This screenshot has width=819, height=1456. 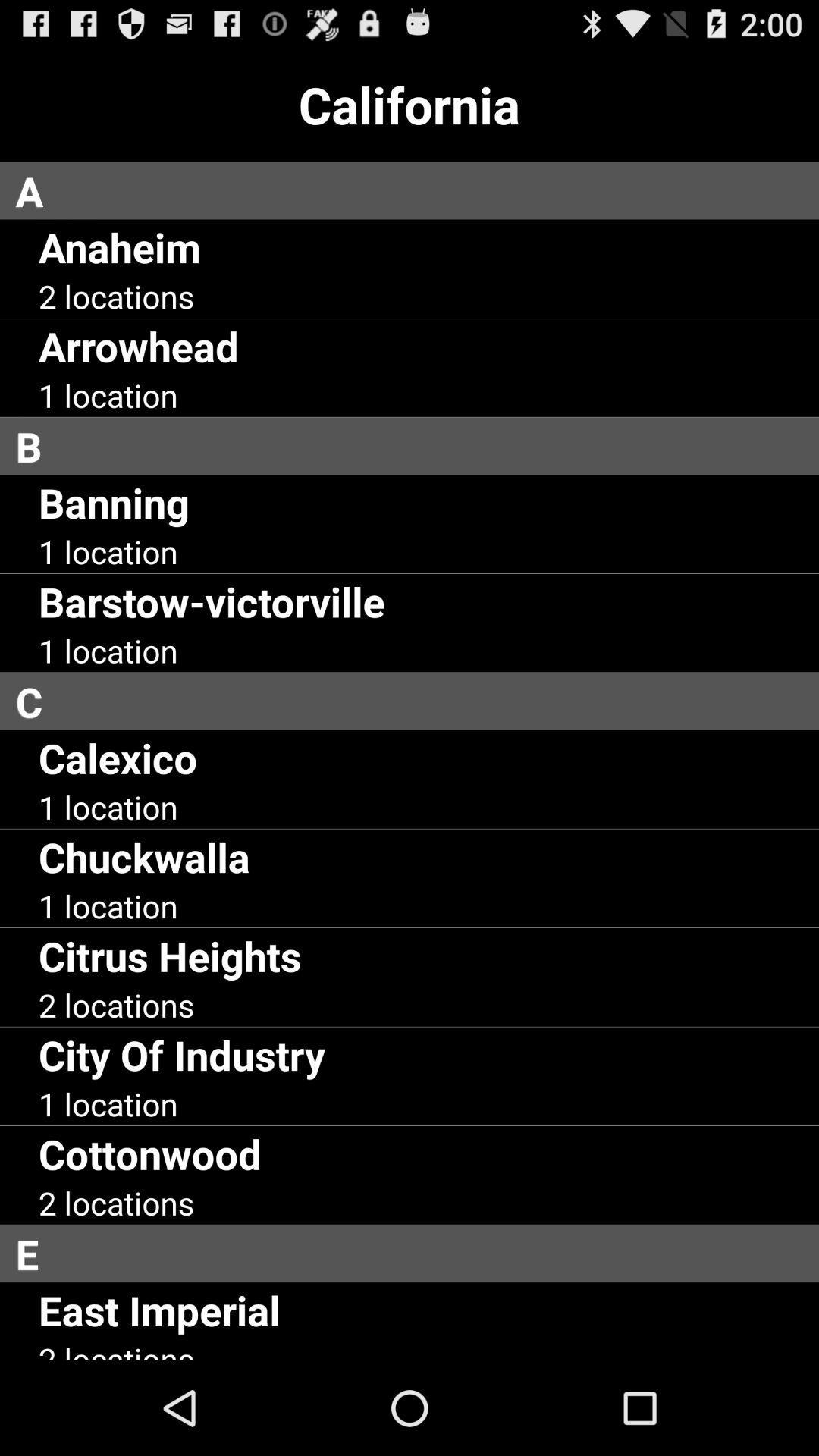 I want to click on the city of industry icon, so click(x=180, y=1053).